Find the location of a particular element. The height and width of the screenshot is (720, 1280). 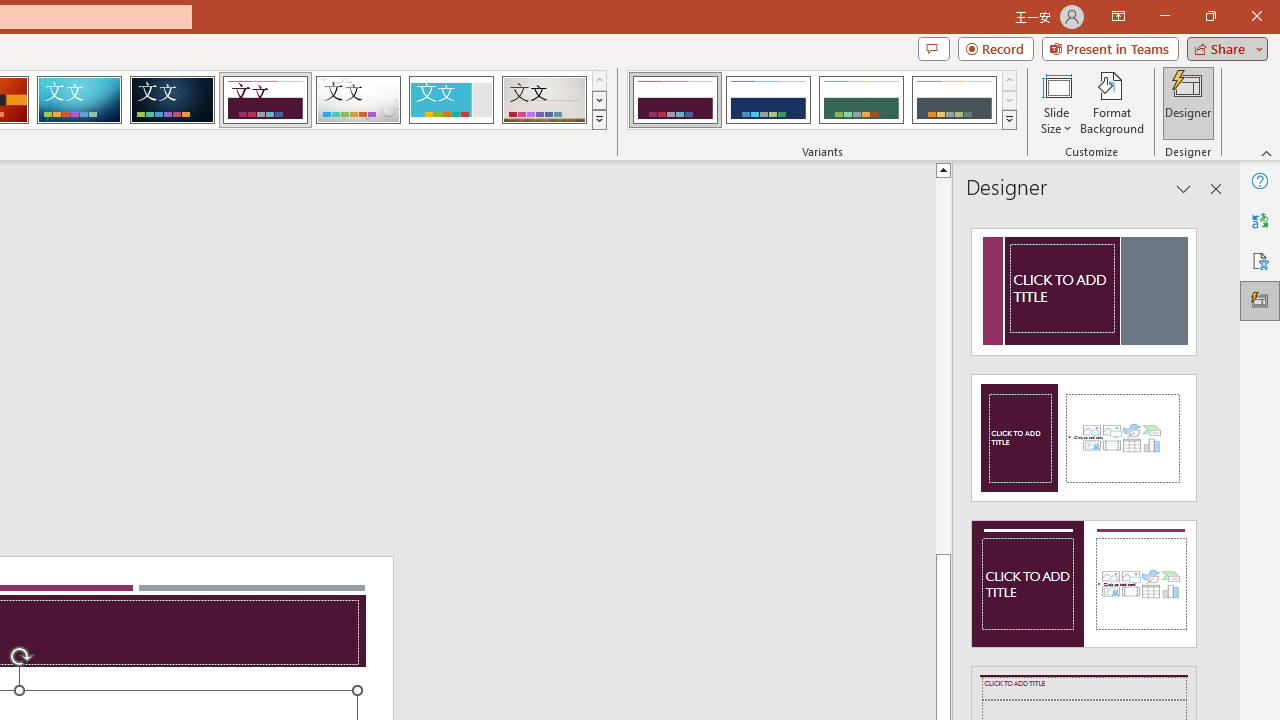

'Slide Size' is located at coordinates (1055, 103).